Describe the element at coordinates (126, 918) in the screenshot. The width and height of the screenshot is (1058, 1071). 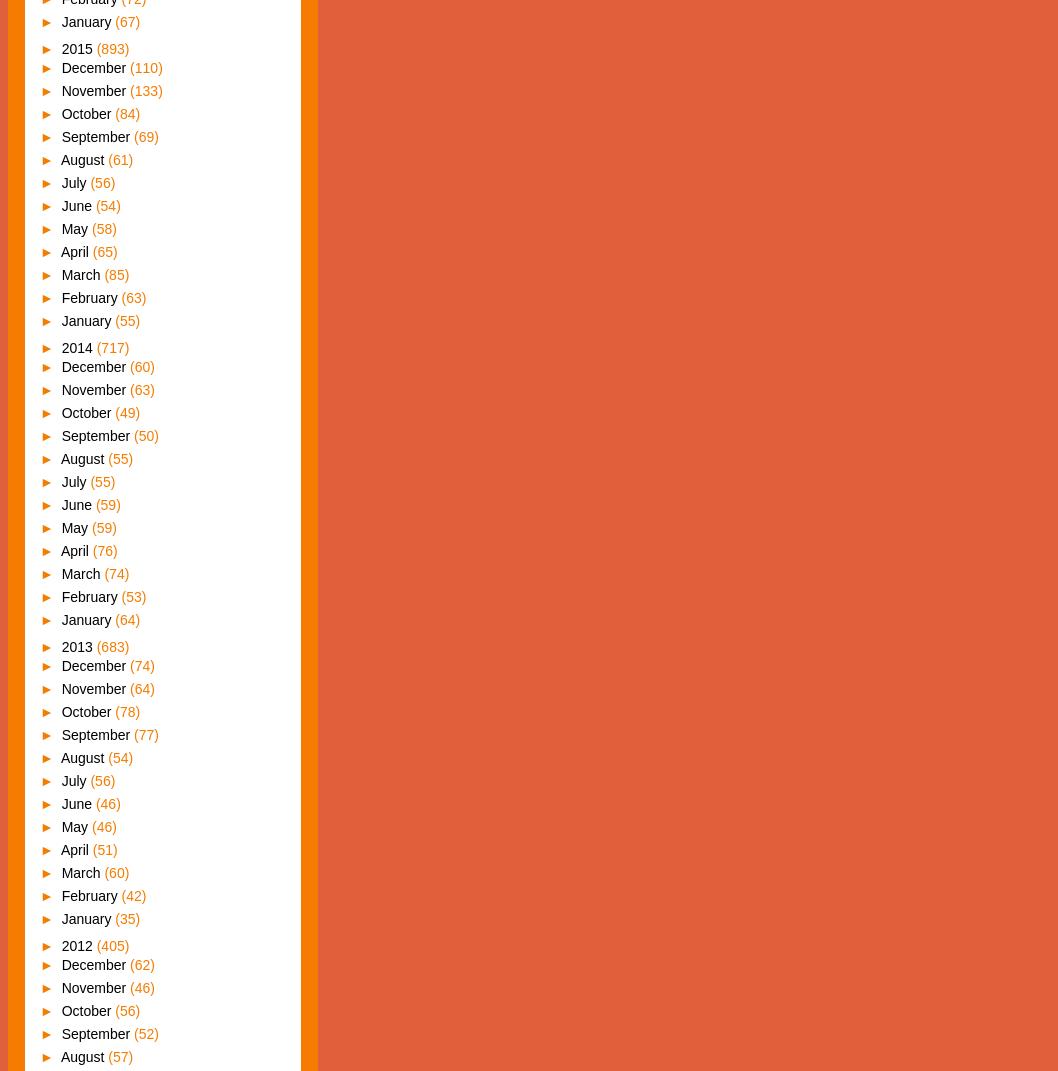
I see `'(35)'` at that location.